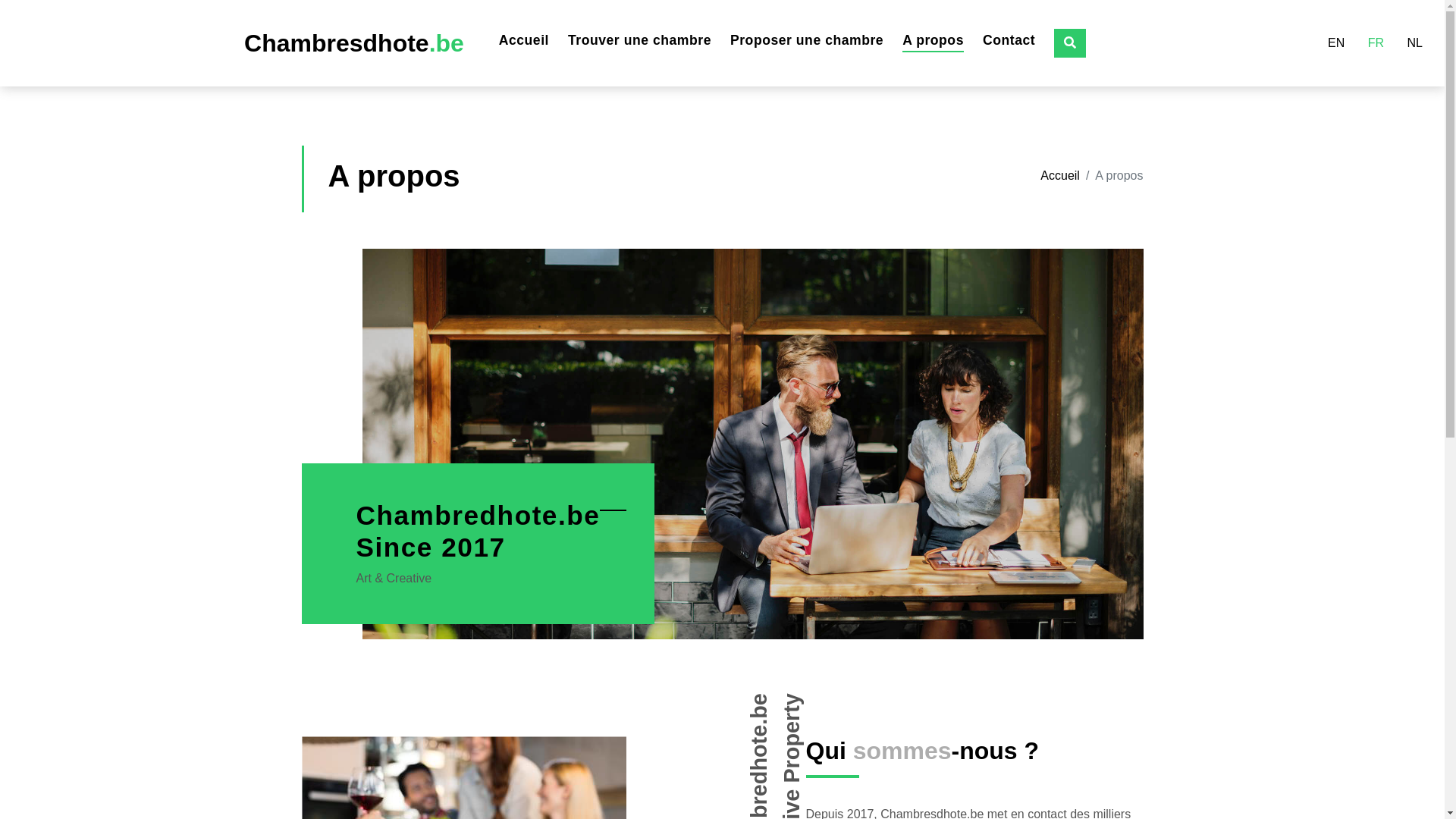 This screenshot has width=1456, height=819. Describe the element at coordinates (639, 39) in the screenshot. I see `'Trouver une chambre'` at that location.